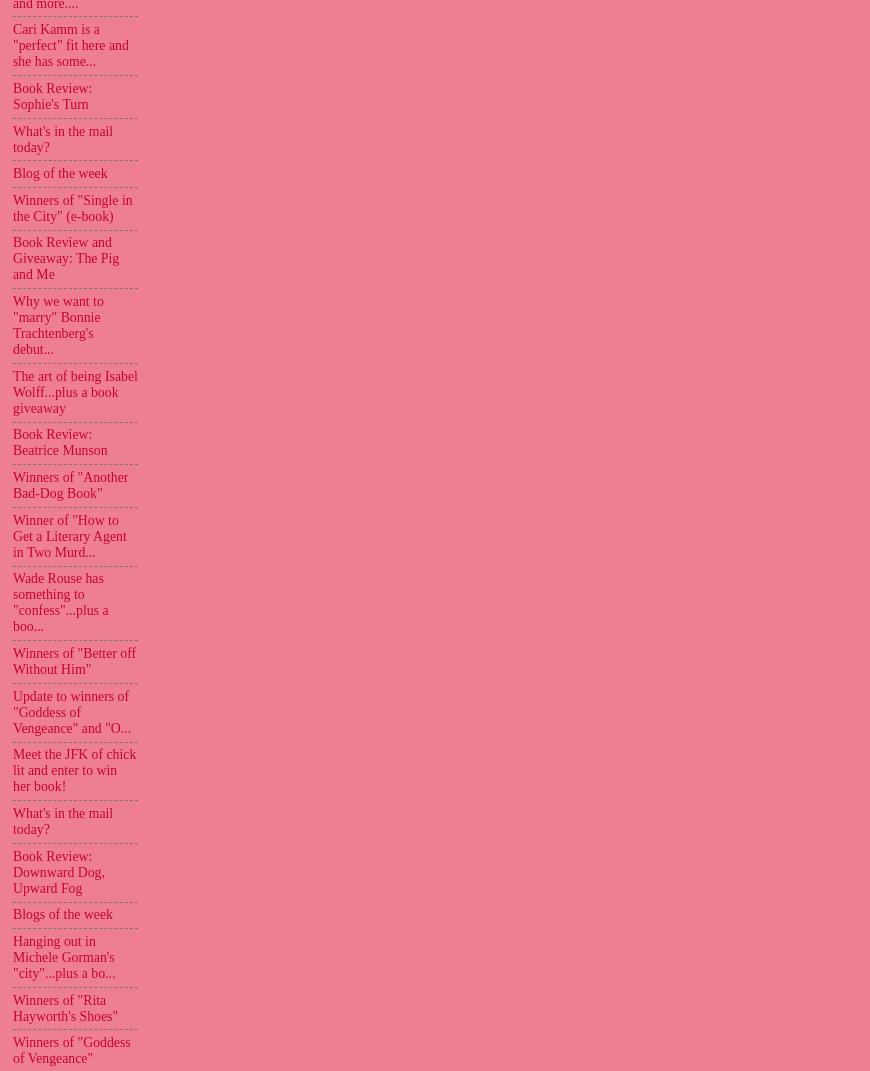  I want to click on 'Why we want to "marry" Bonnie Trachtenberg's debut...', so click(57, 324).